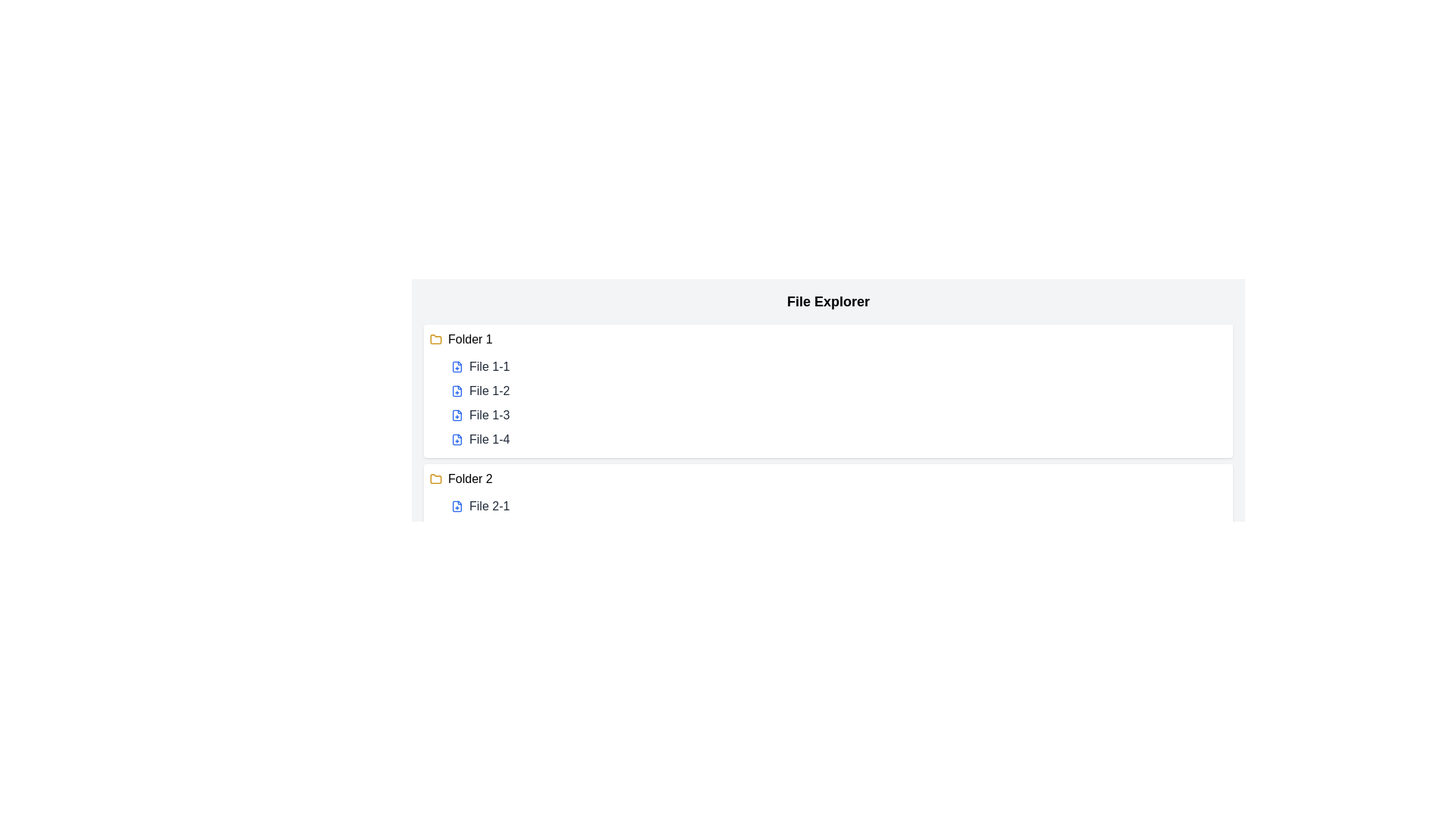 Image resolution: width=1456 pixels, height=819 pixels. Describe the element at coordinates (457, 415) in the screenshot. I see `the file icon labeled 'File 1-3'` at that location.